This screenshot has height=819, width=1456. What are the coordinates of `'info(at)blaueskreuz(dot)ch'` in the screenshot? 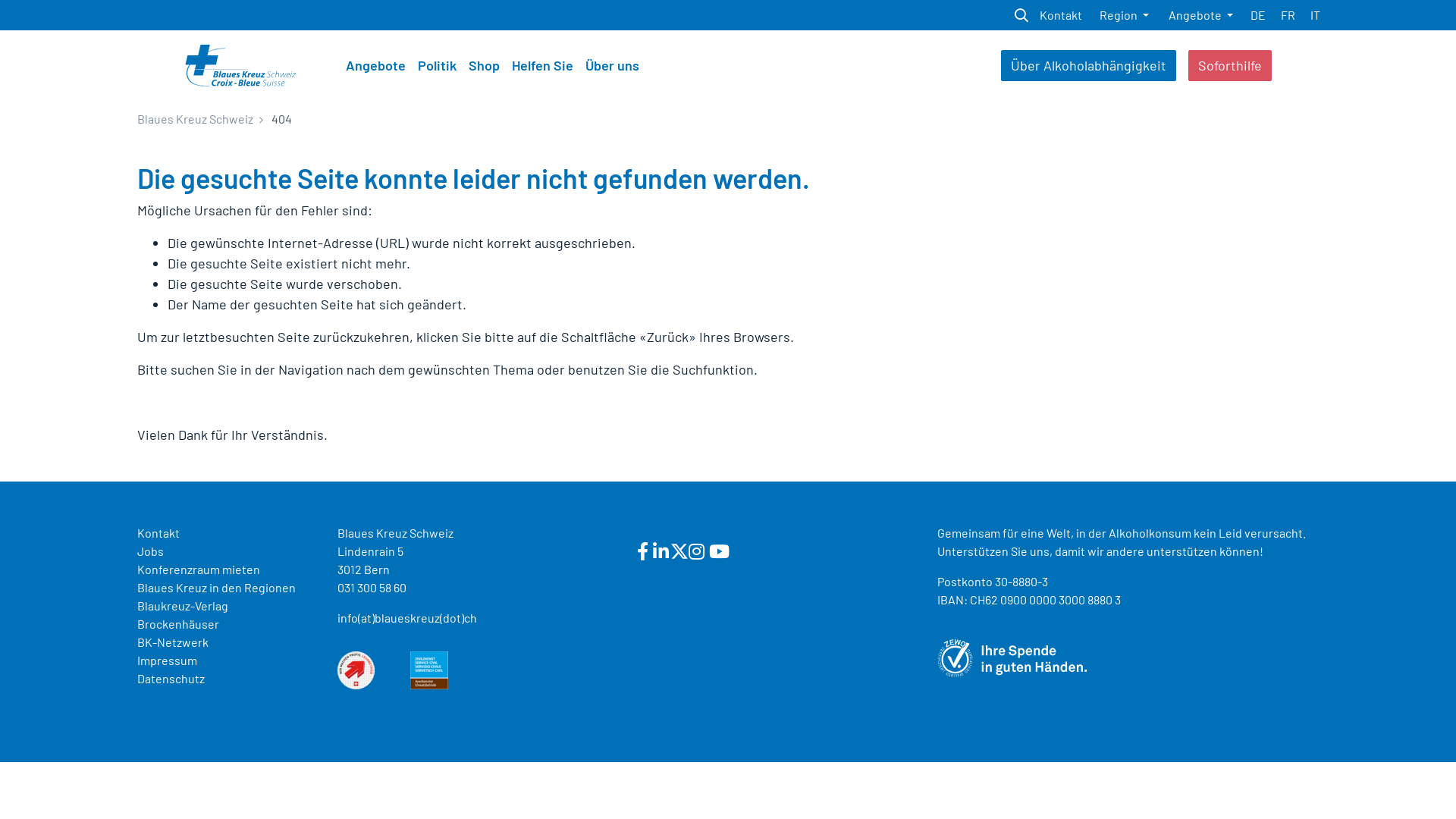 It's located at (407, 617).